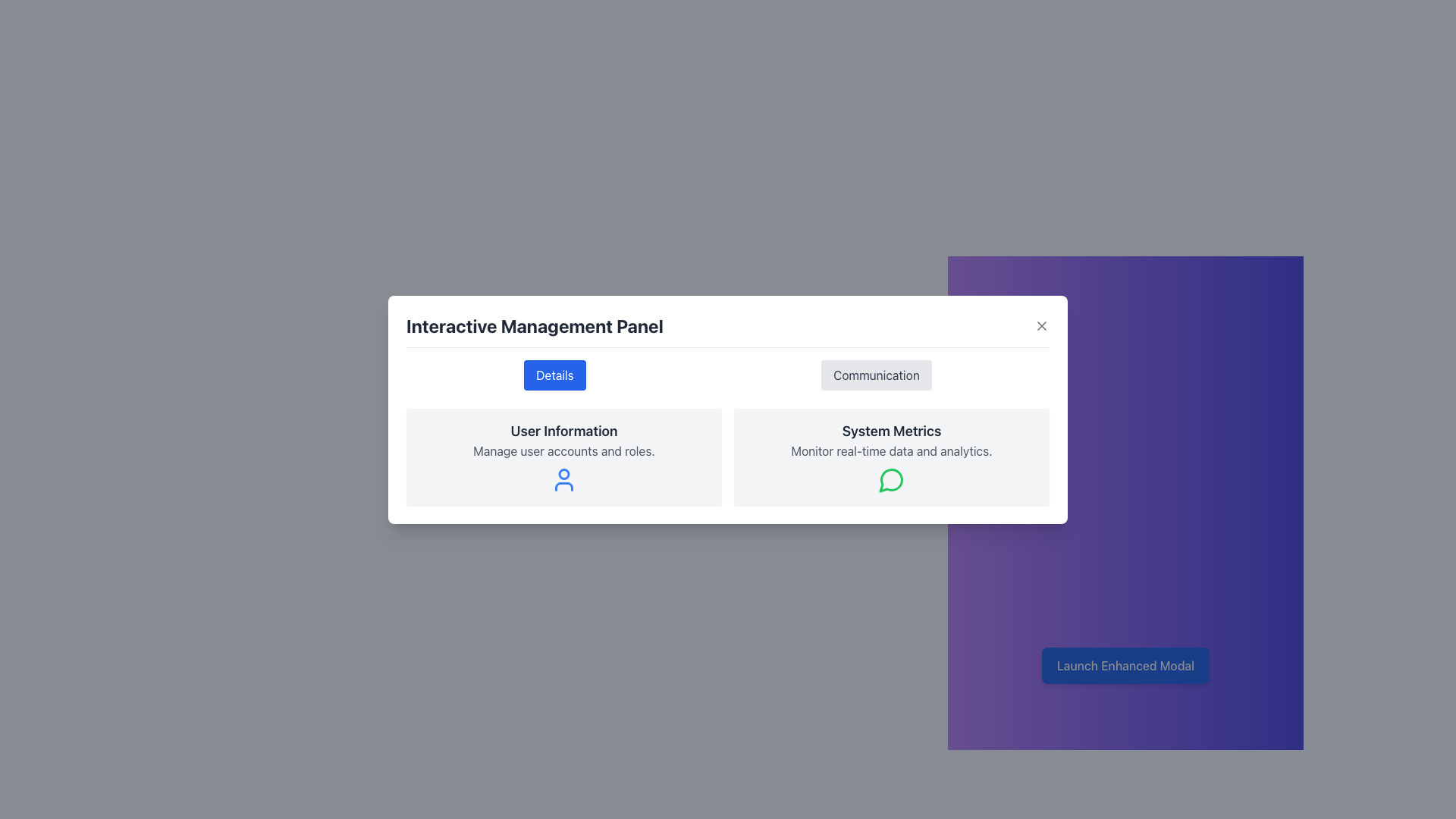 The image size is (1456, 819). I want to click on the 'Communication' button, which is a rectangular button with a light gray background and dark gray text, positioned to the right of the 'Details' button, so click(877, 375).